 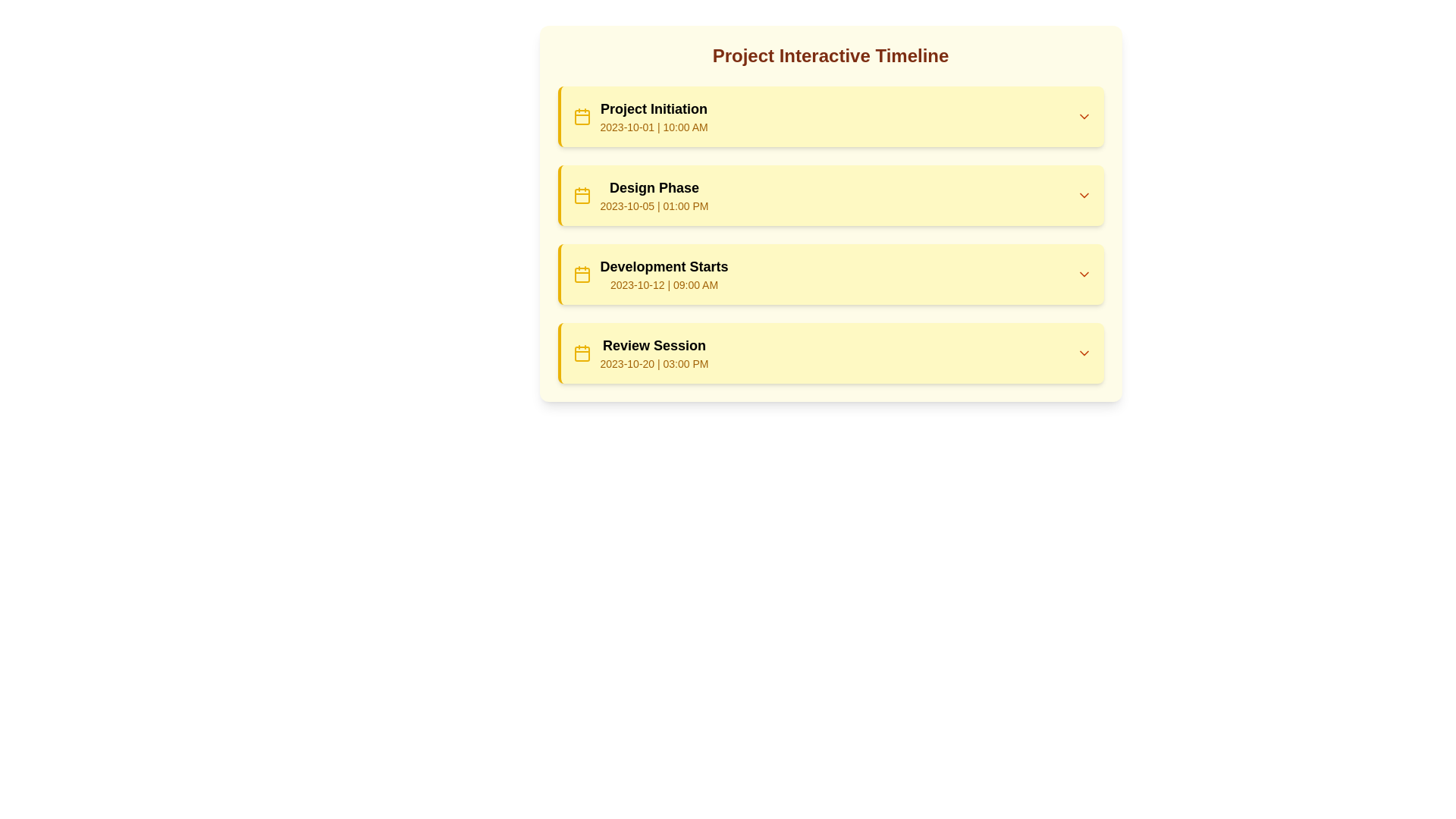 I want to click on the text label displaying '2023-10-20 | 03:00 PM' within the 'Review Session' panel, so click(x=654, y=363).